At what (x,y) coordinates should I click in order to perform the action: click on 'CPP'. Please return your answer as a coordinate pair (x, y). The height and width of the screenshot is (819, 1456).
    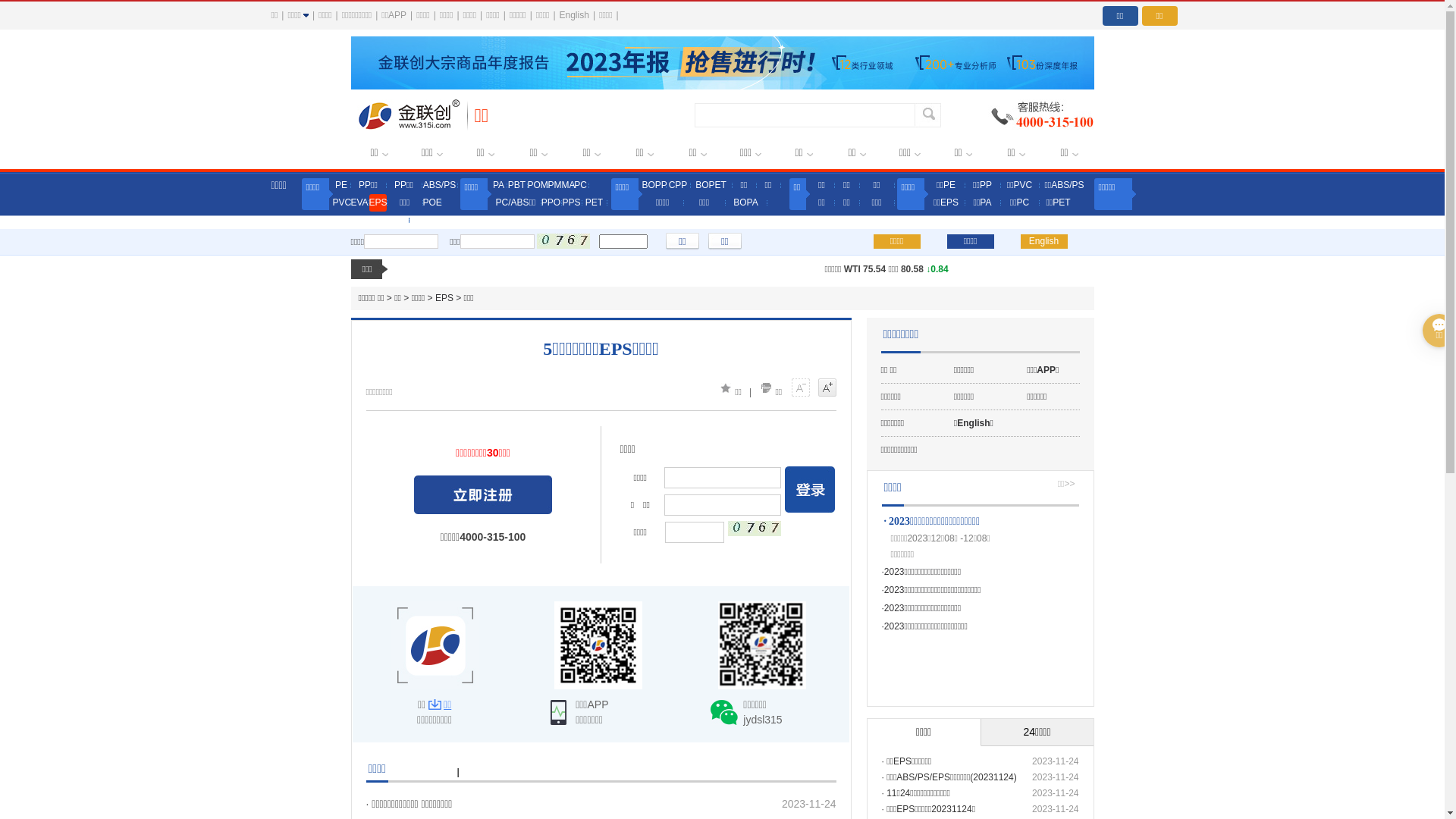
    Looking at the image, I should click on (676, 184).